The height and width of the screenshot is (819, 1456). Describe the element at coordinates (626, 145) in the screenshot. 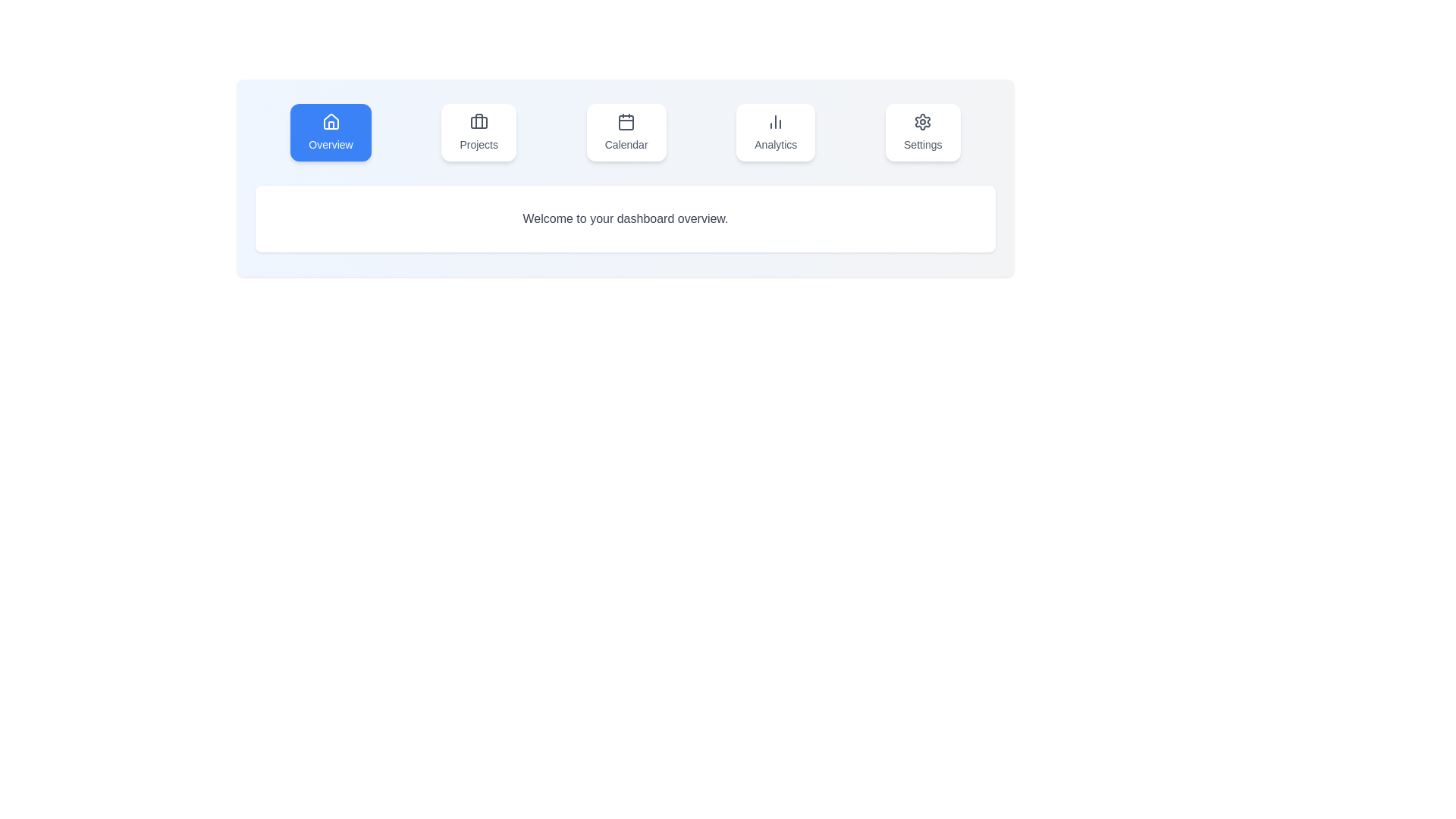

I see `the 'Calendar' text label which is styled in a medium font weight and positioned beneath a calendar icon` at that location.